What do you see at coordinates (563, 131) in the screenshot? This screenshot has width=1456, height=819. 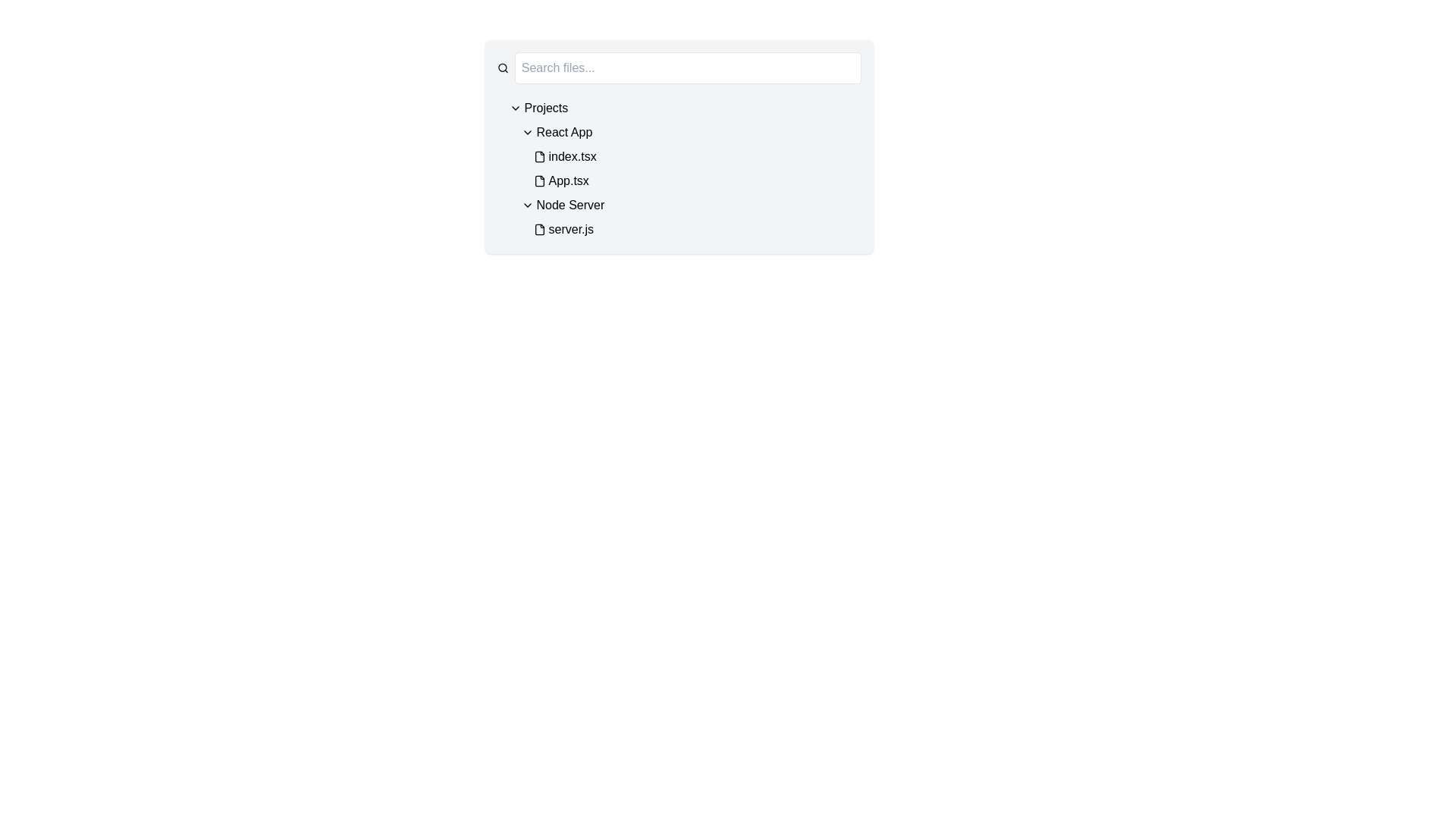 I see `the first selectable menu item under the 'Projects' heading` at bounding box center [563, 131].